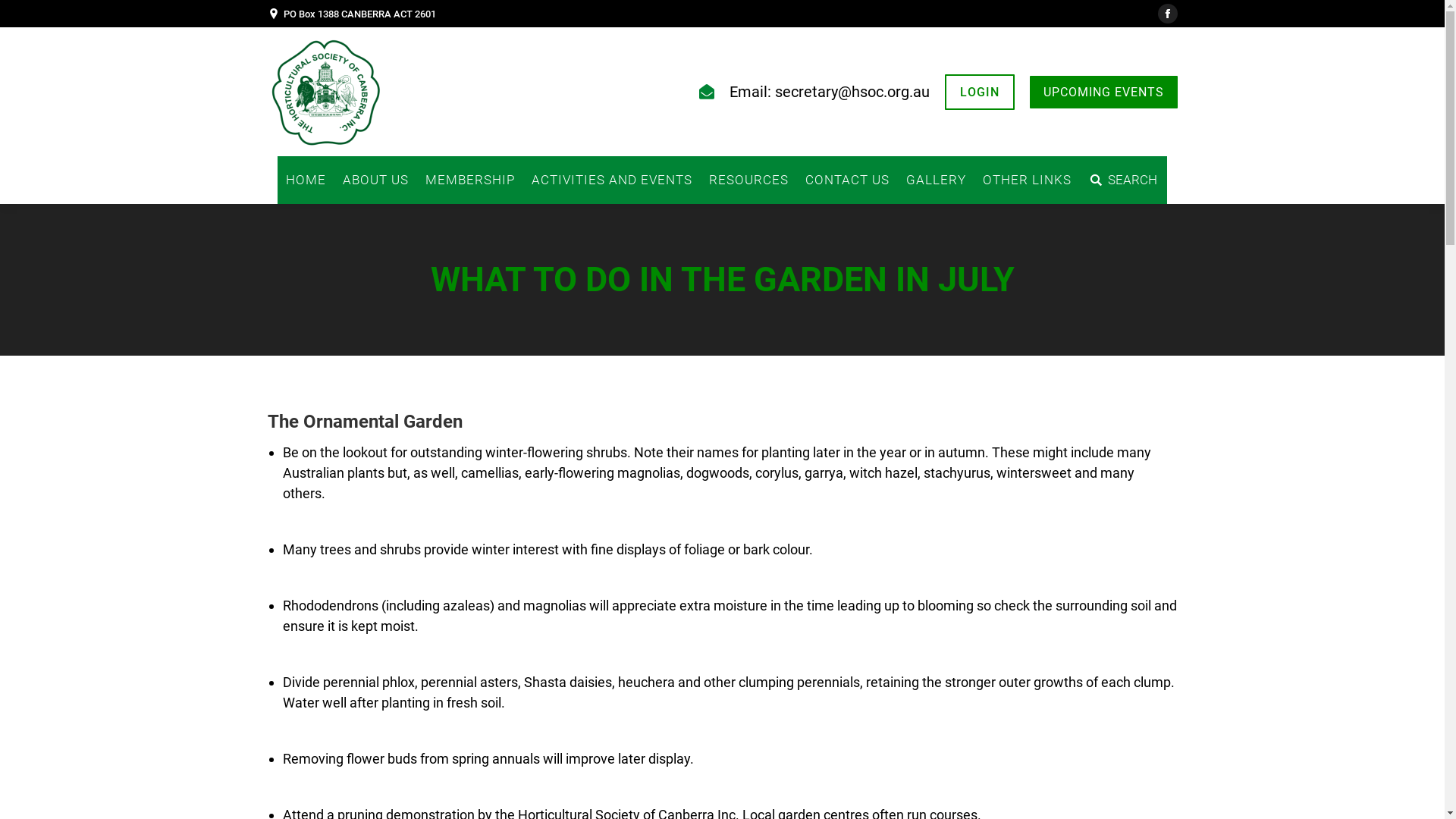 The image size is (1456, 819). What do you see at coordinates (1027, 179) in the screenshot?
I see `'OTHER LINKS'` at bounding box center [1027, 179].